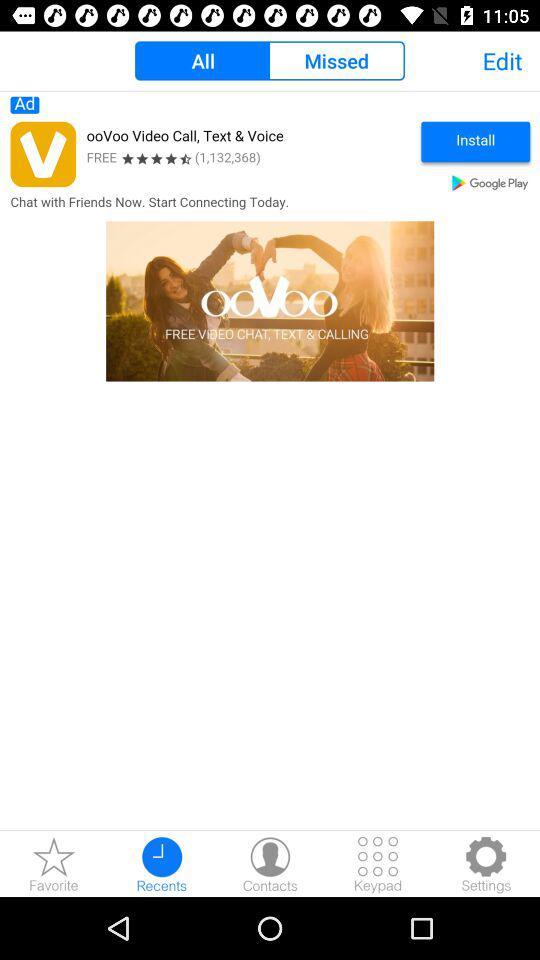  What do you see at coordinates (485, 863) in the screenshot?
I see `setting button` at bounding box center [485, 863].